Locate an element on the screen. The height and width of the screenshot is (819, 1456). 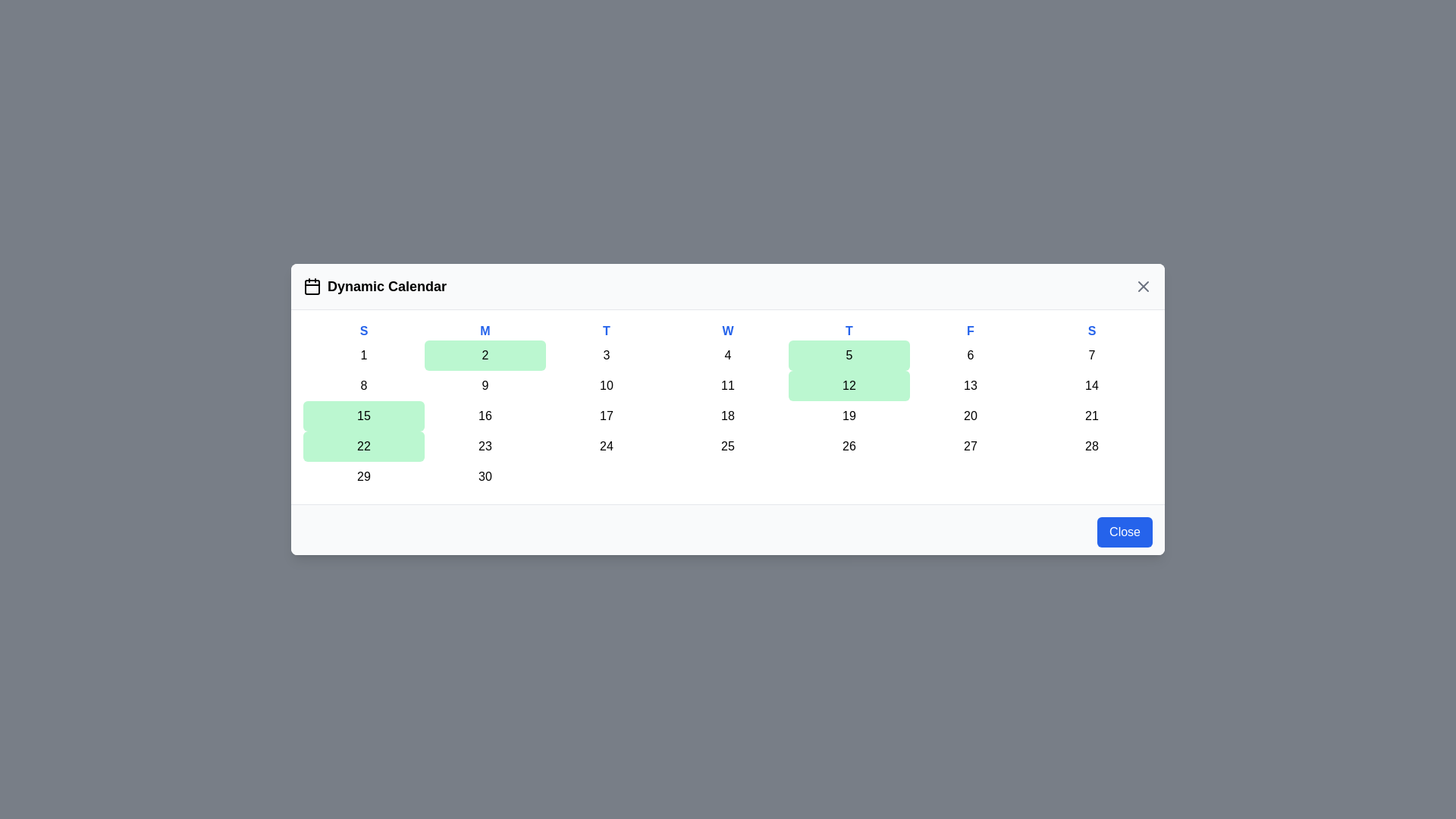
the day cell corresponding to 5 is located at coordinates (848, 356).